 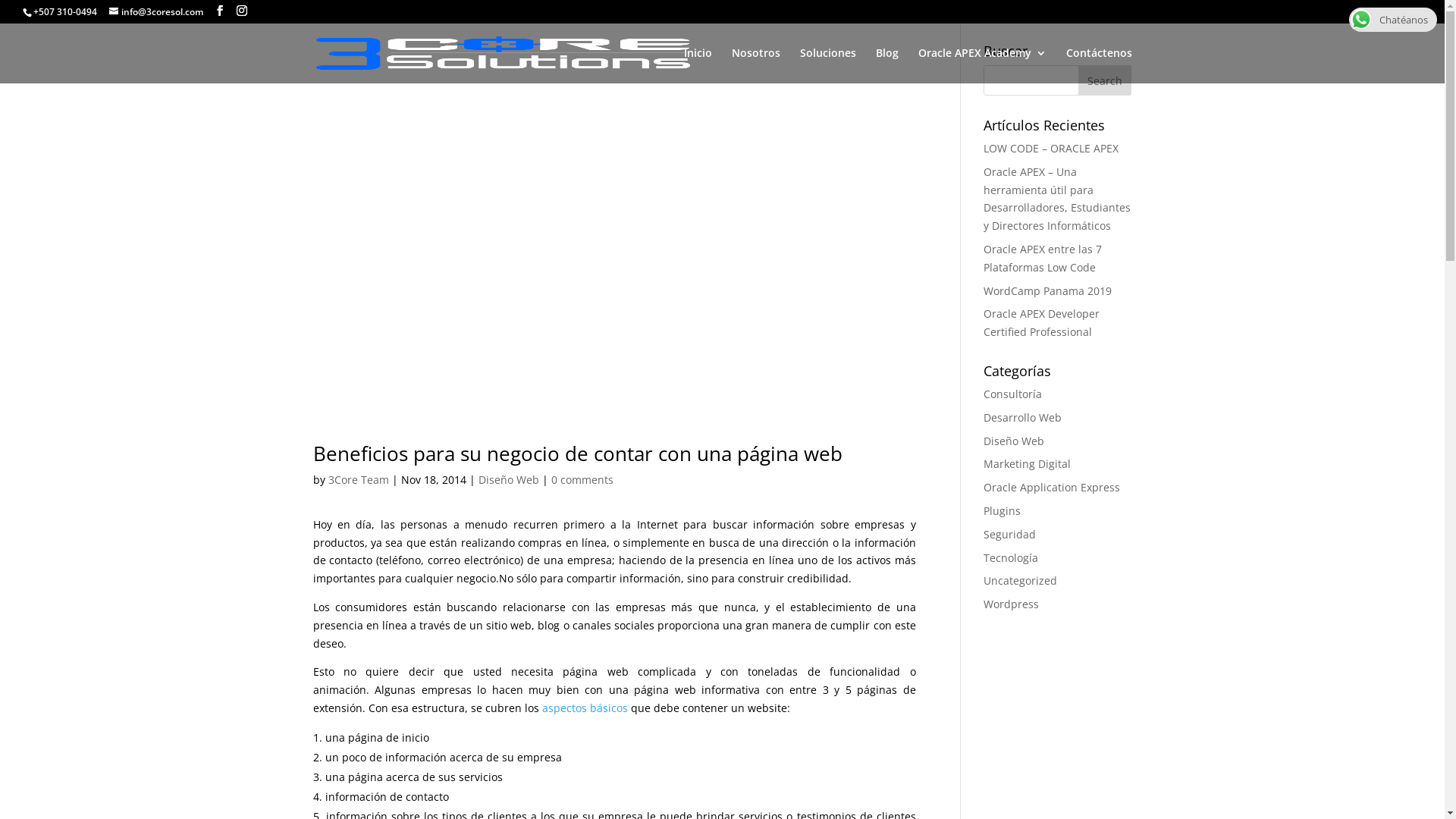 I want to click on '0 comments', so click(x=581, y=479).